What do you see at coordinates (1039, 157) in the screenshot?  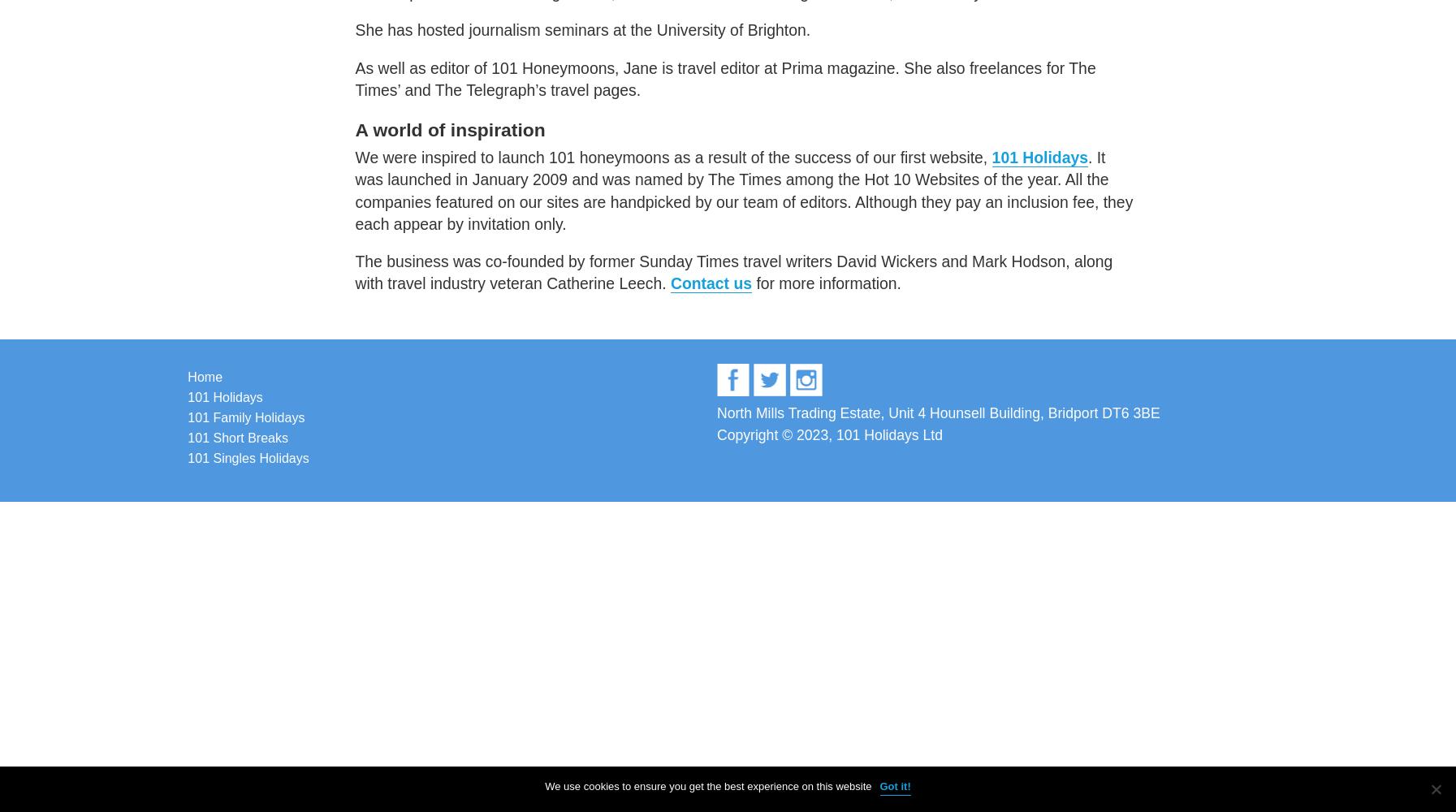 I see `'101 Holidays'` at bounding box center [1039, 157].